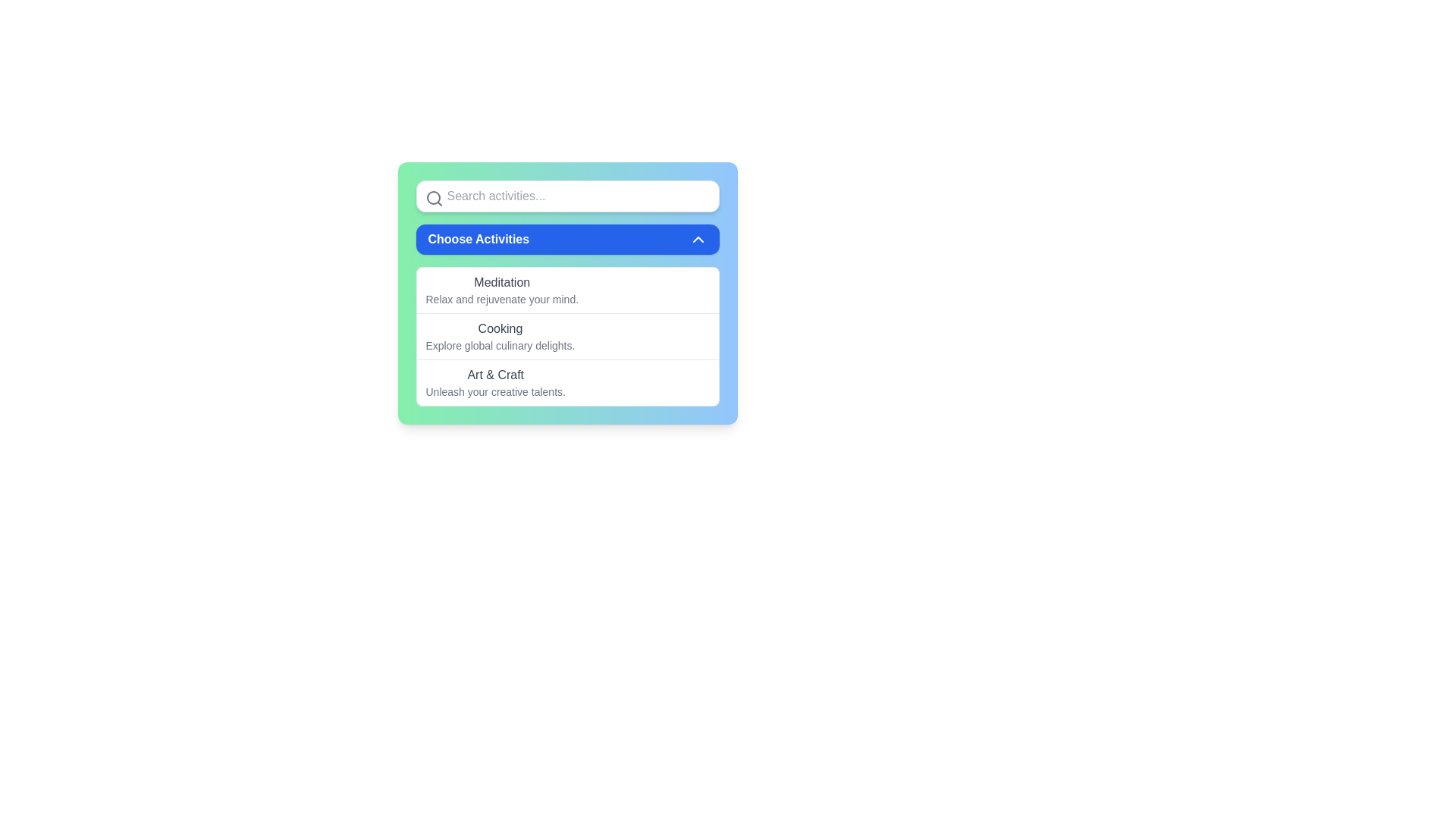 This screenshot has height=819, width=1456. I want to click on SVG circle element that represents the inner part of the search icon located in the top-left corner of the search input field for accessibility, so click(432, 197).